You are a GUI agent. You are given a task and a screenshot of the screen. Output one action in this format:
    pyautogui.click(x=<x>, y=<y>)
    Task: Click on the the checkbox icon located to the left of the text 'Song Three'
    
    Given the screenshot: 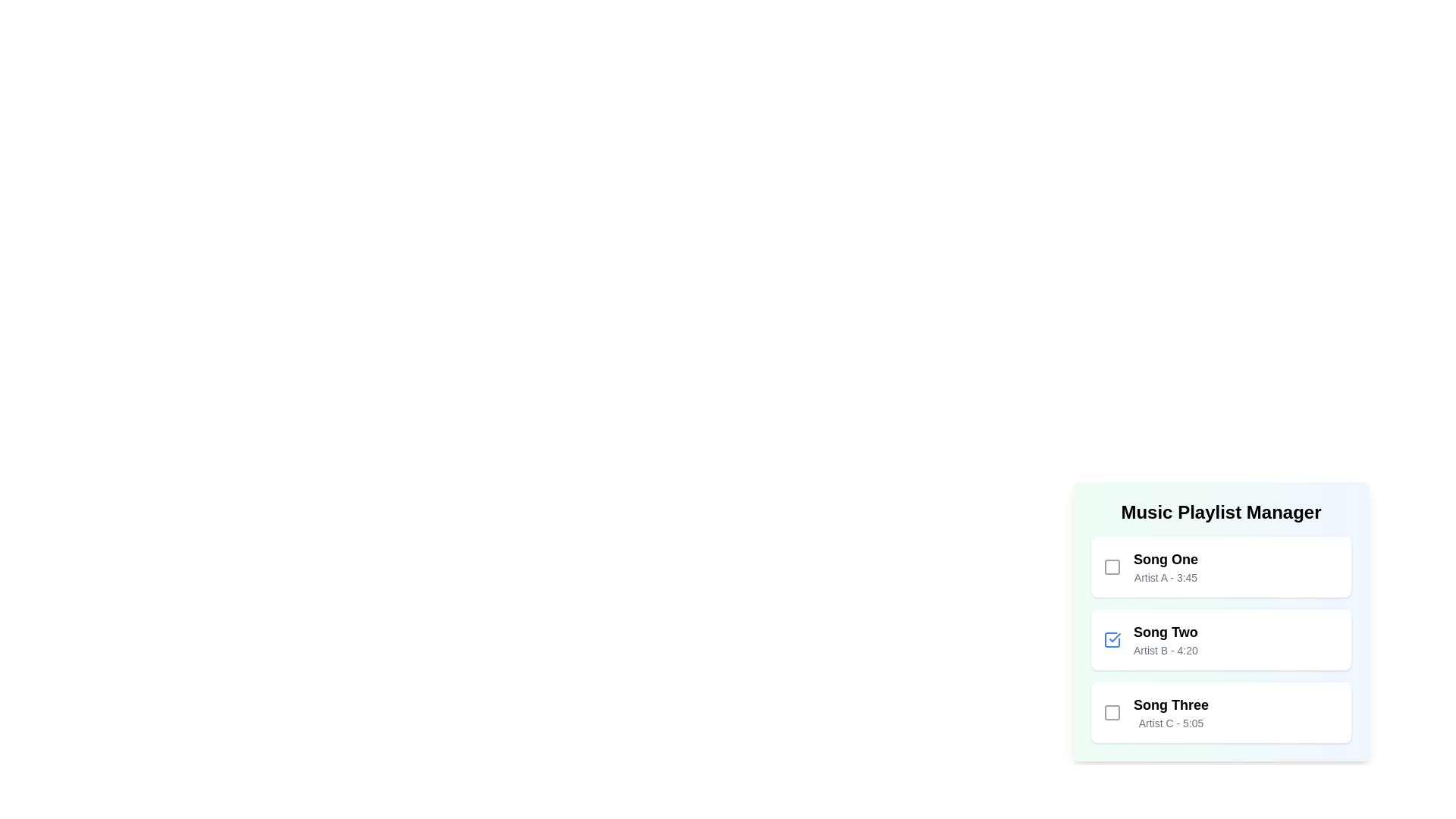 What is the action you would take?
    pyautogui.click(x=1112, y=713)
    